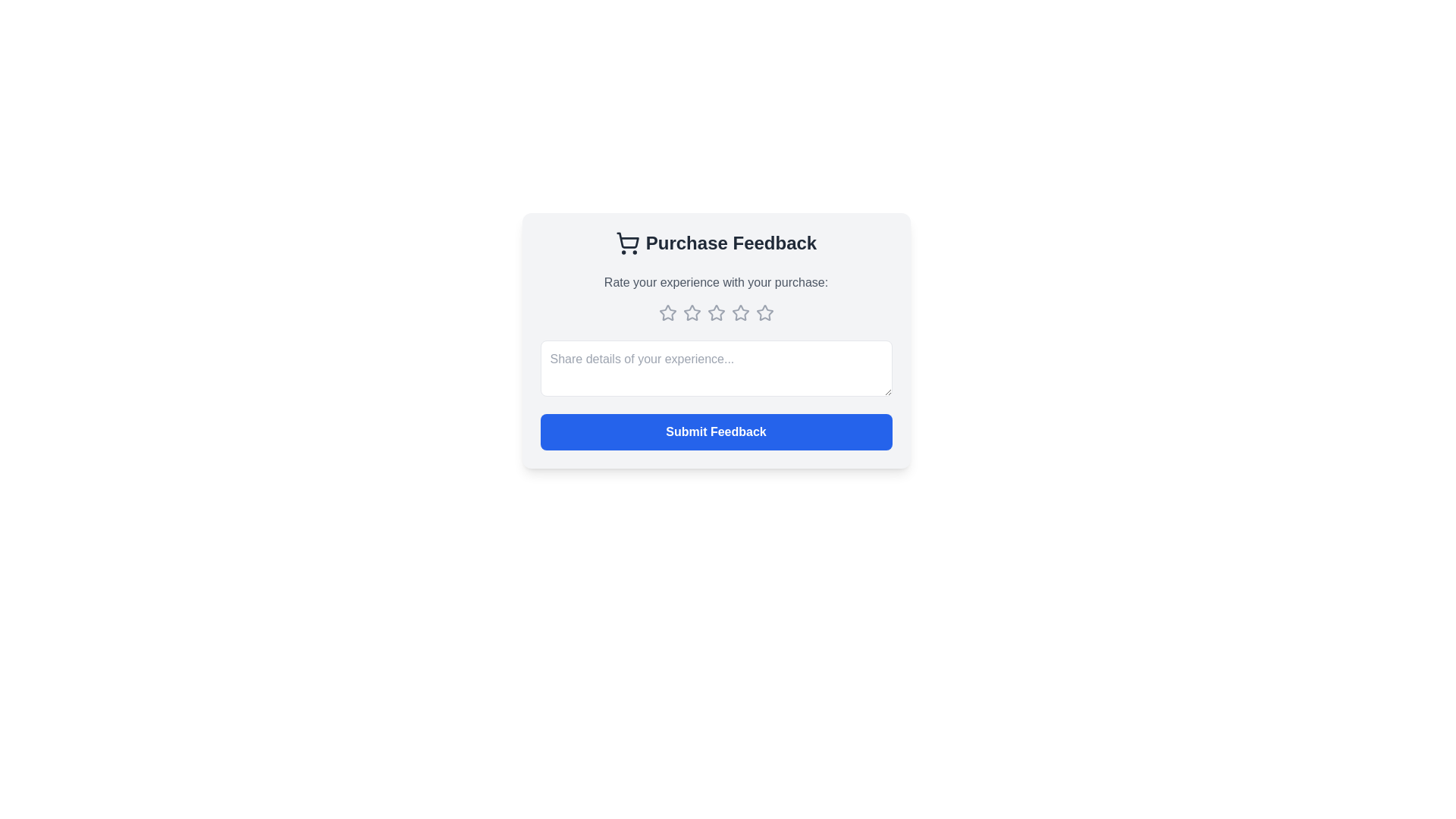 The height and width of the screenshot is (819, 1456). What do you see at coordinates (667, 312) in the screenshot?
I see `the first star icon representing the rating option` at bounding box center [667, 312].